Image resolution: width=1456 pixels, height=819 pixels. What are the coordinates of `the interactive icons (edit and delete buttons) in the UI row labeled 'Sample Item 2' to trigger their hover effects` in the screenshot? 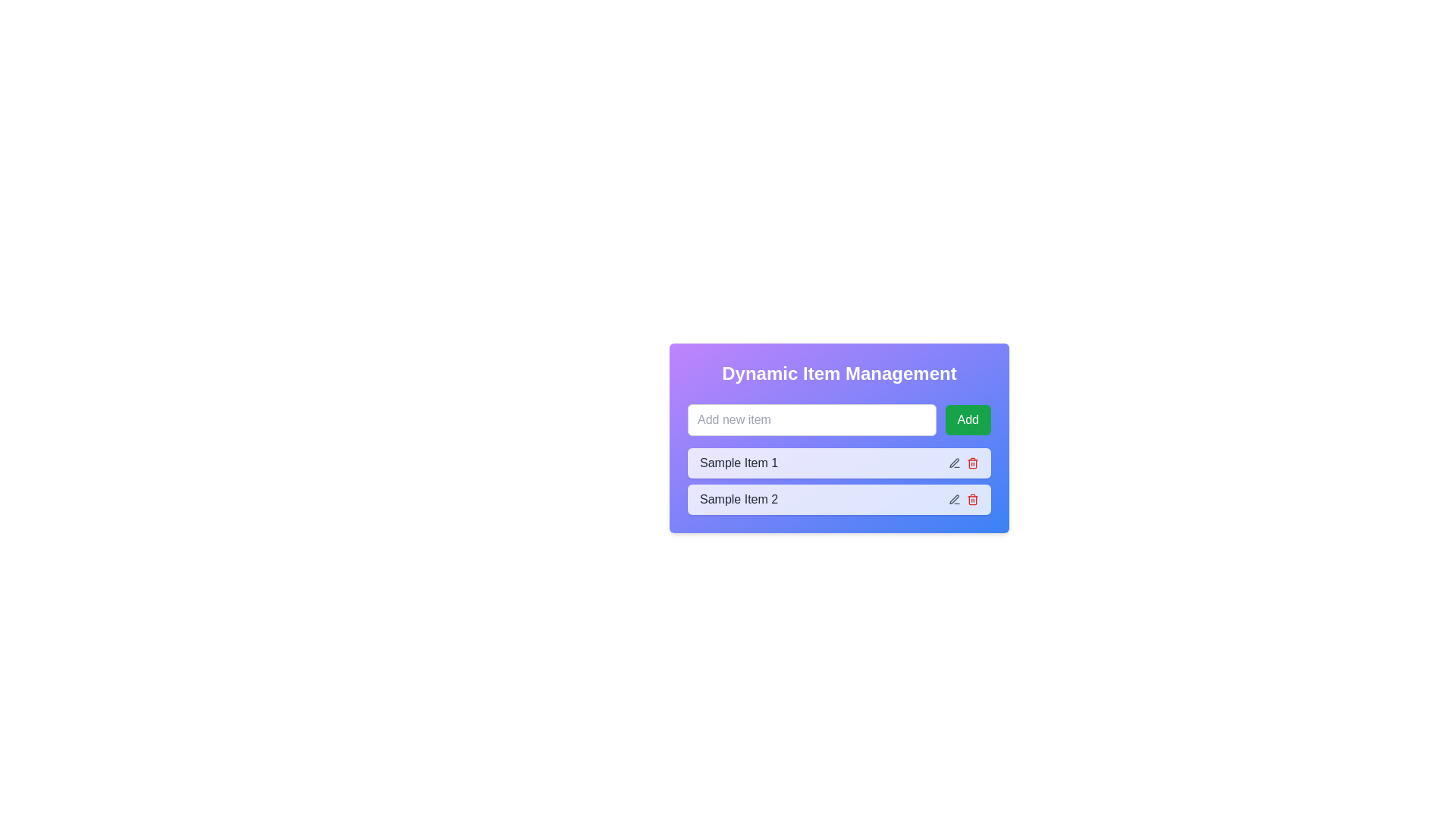 It's located at (963, 500).